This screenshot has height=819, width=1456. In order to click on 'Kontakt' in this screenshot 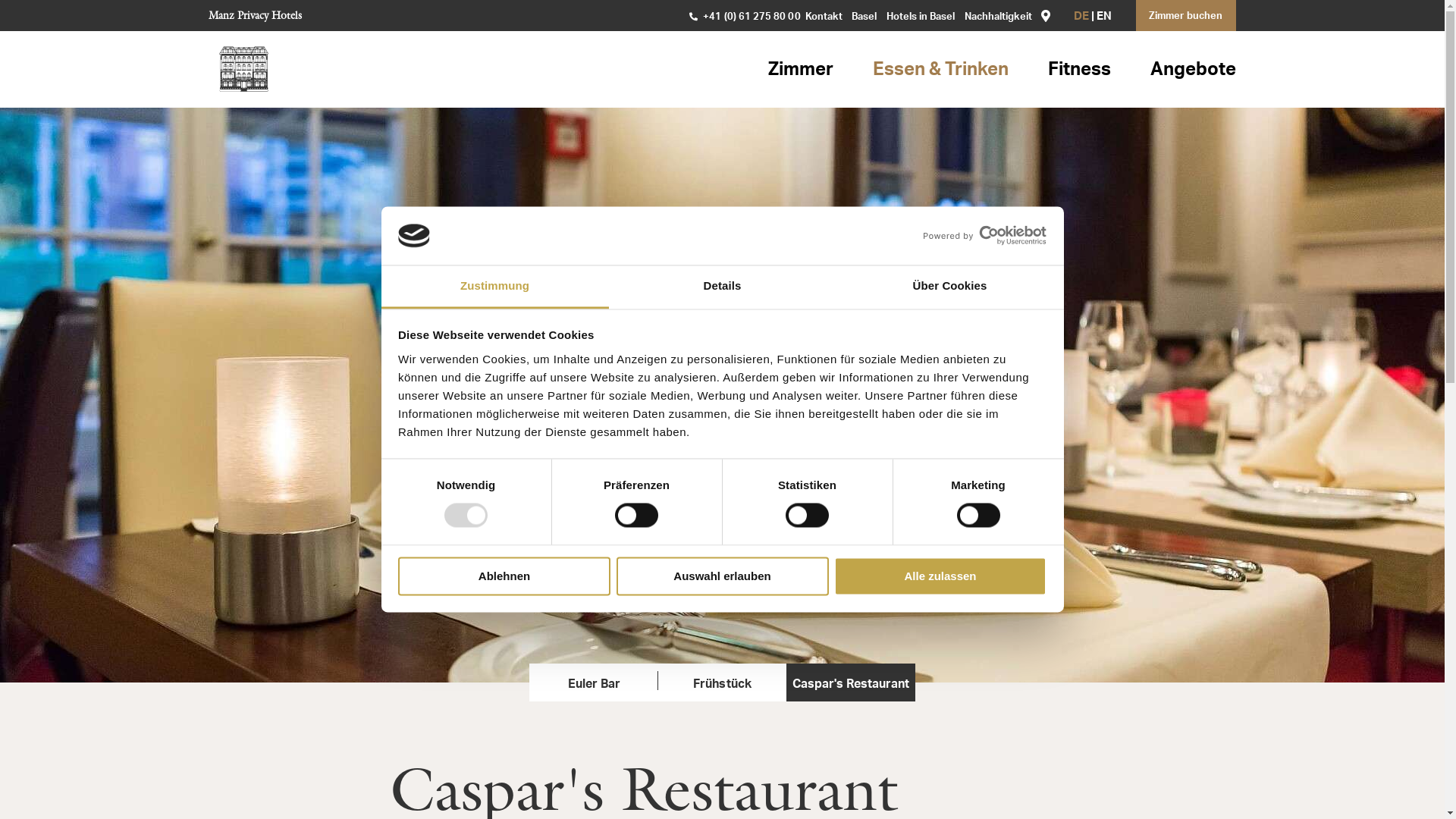, I will do `click(804, 17)`.